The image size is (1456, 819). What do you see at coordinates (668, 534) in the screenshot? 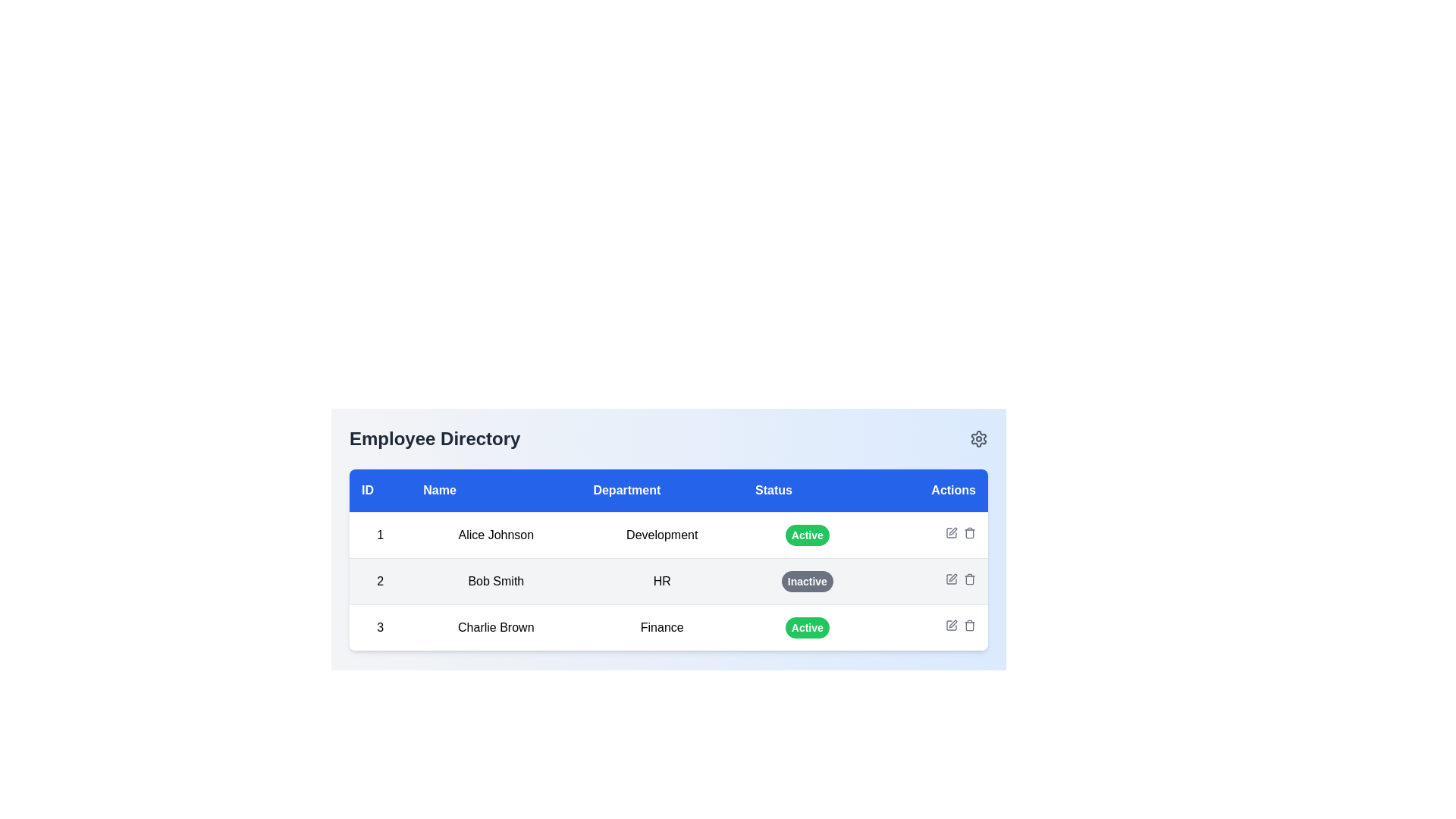
I see `the first row of the employee directory table to select the employee's details for editing or viewing` at bounding box center [668, 534].